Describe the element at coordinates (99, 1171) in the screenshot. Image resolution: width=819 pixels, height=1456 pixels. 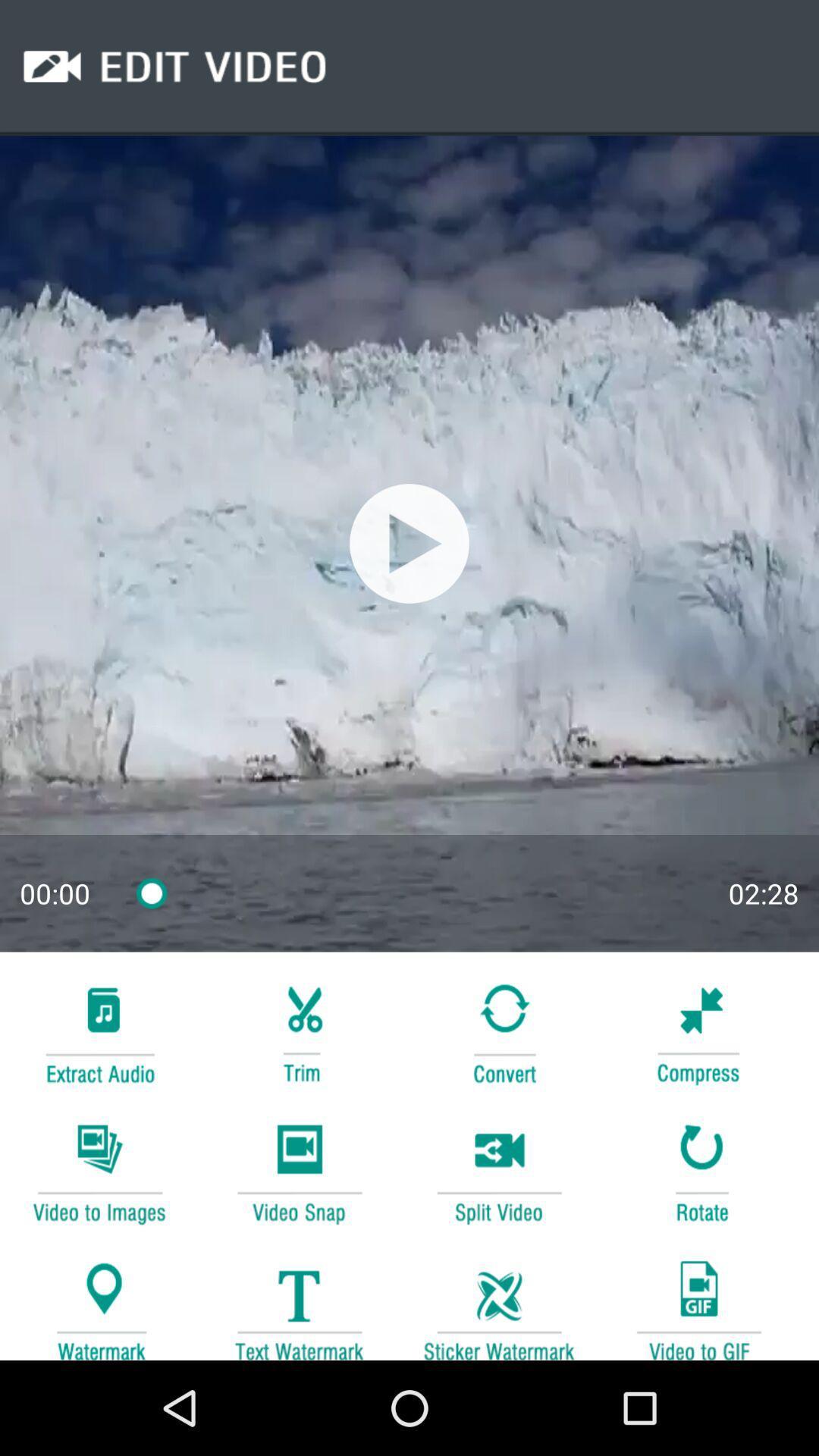
I see `transform video into images` at that location.